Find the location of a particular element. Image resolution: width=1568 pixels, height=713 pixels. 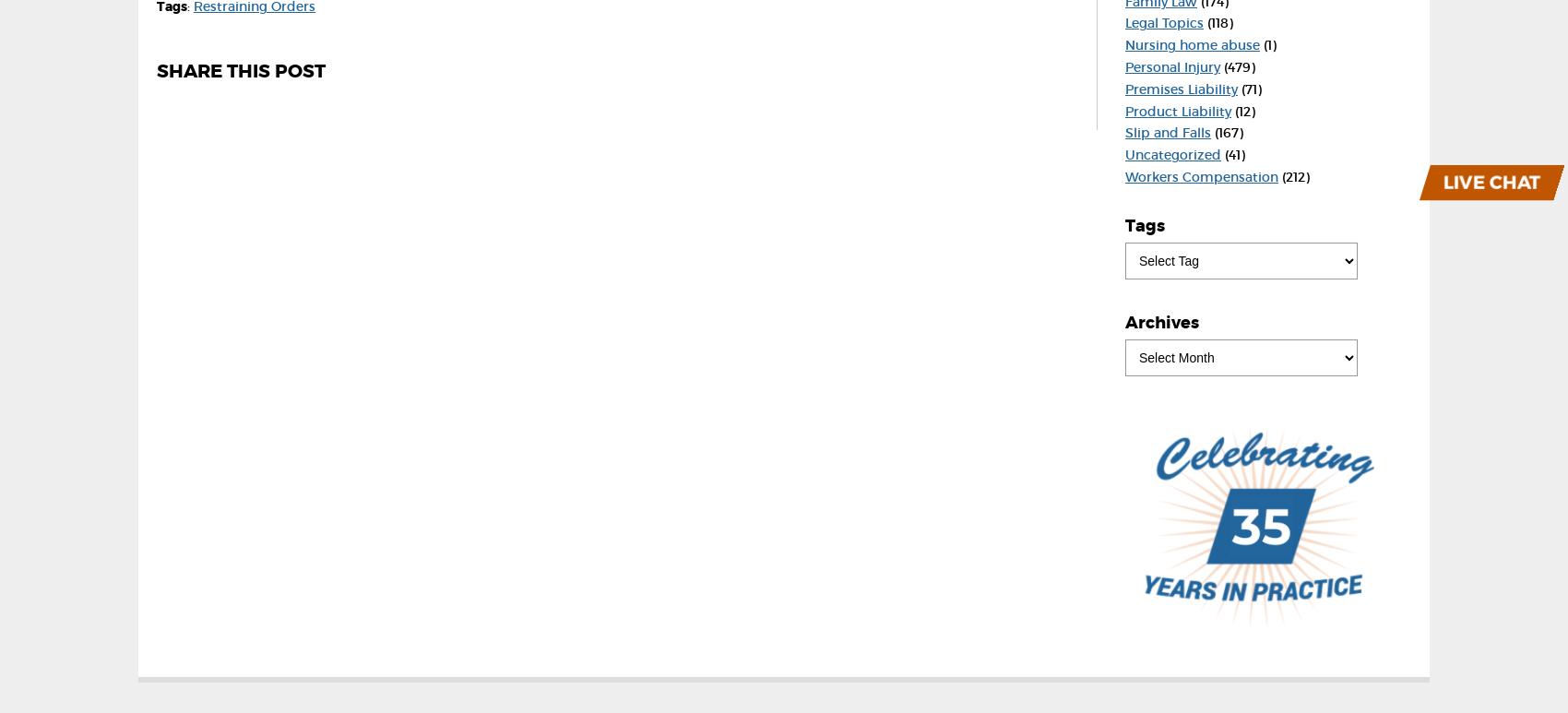

'Tags' is located at coordinates (1144, 225).